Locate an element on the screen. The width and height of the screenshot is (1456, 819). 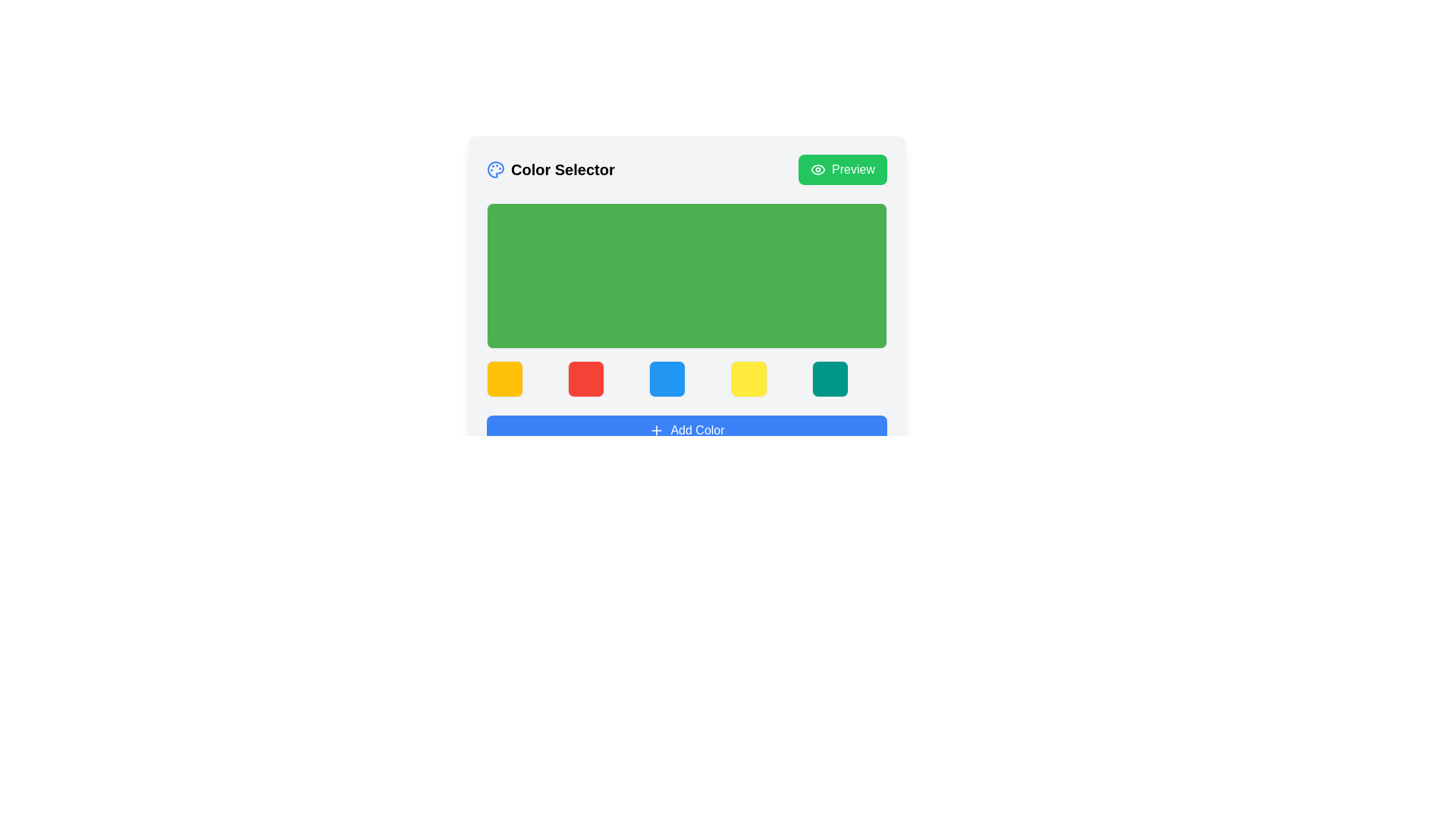
the visual effect of the eye icon located inside the green rectangular 'Preview' button, positioned to the left of the text 'Preview' is located at coordinates (817, 169).